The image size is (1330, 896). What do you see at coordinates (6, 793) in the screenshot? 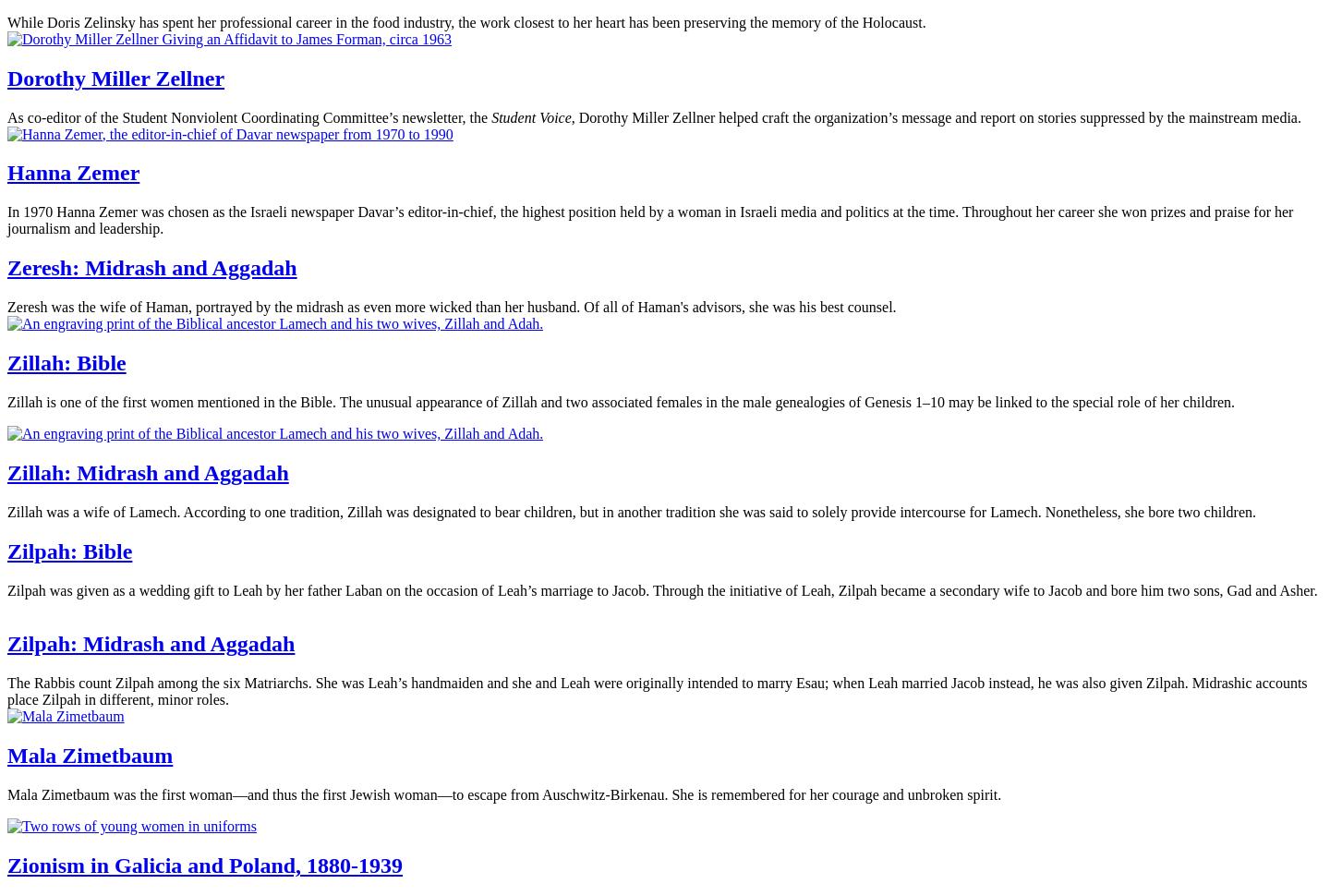
I see `'Mala Zimetbaum was the first woman—and thus the first Jewish woman—to escape from Auschwitz-Birkenau. She is remembered for her courage and unbroken spirit.'` at bounding box center [6, 793].